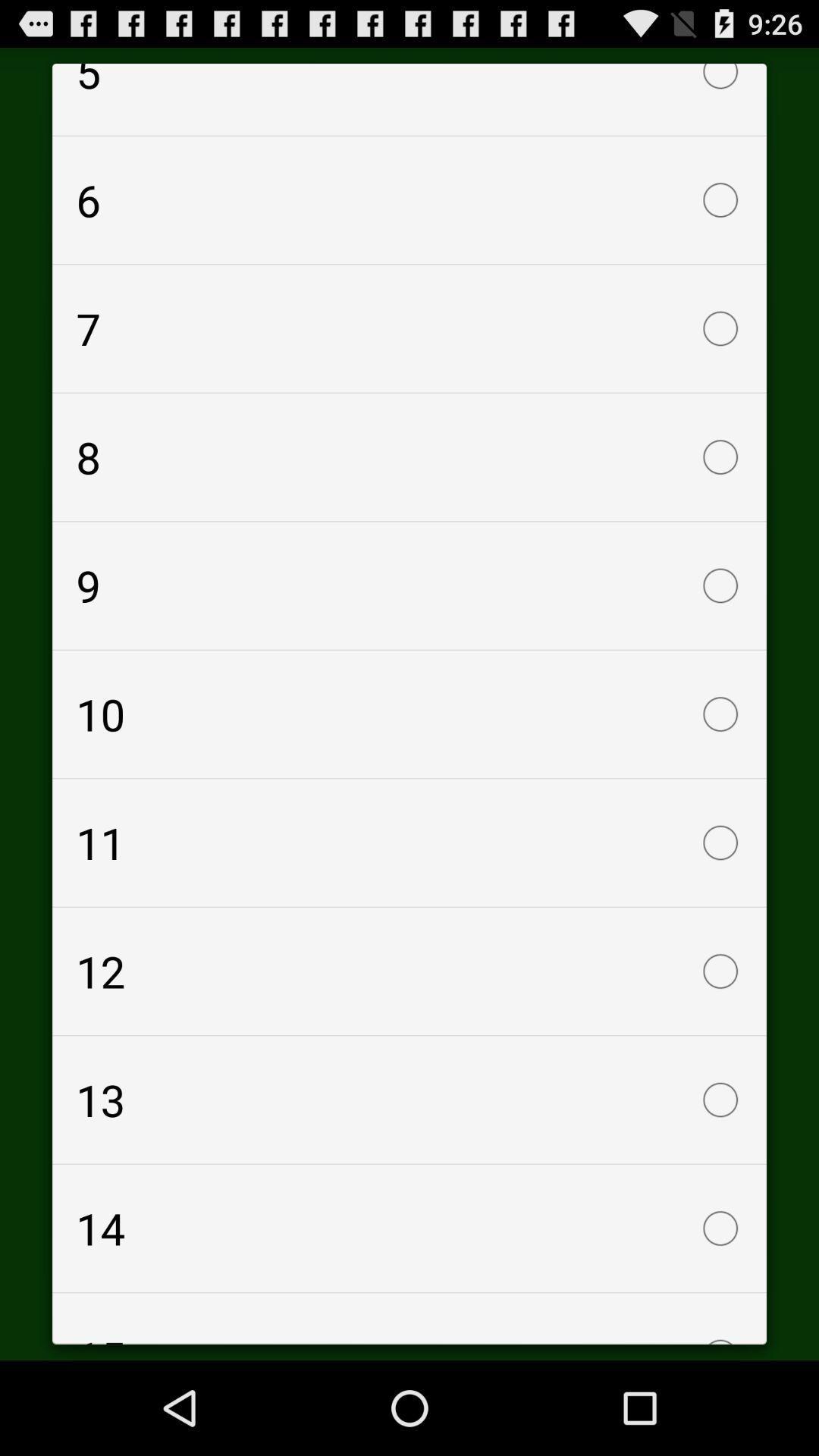  Describe the element at coordinates (409, 1100) in the screenshot. I see `item below 12 icon` at that location.